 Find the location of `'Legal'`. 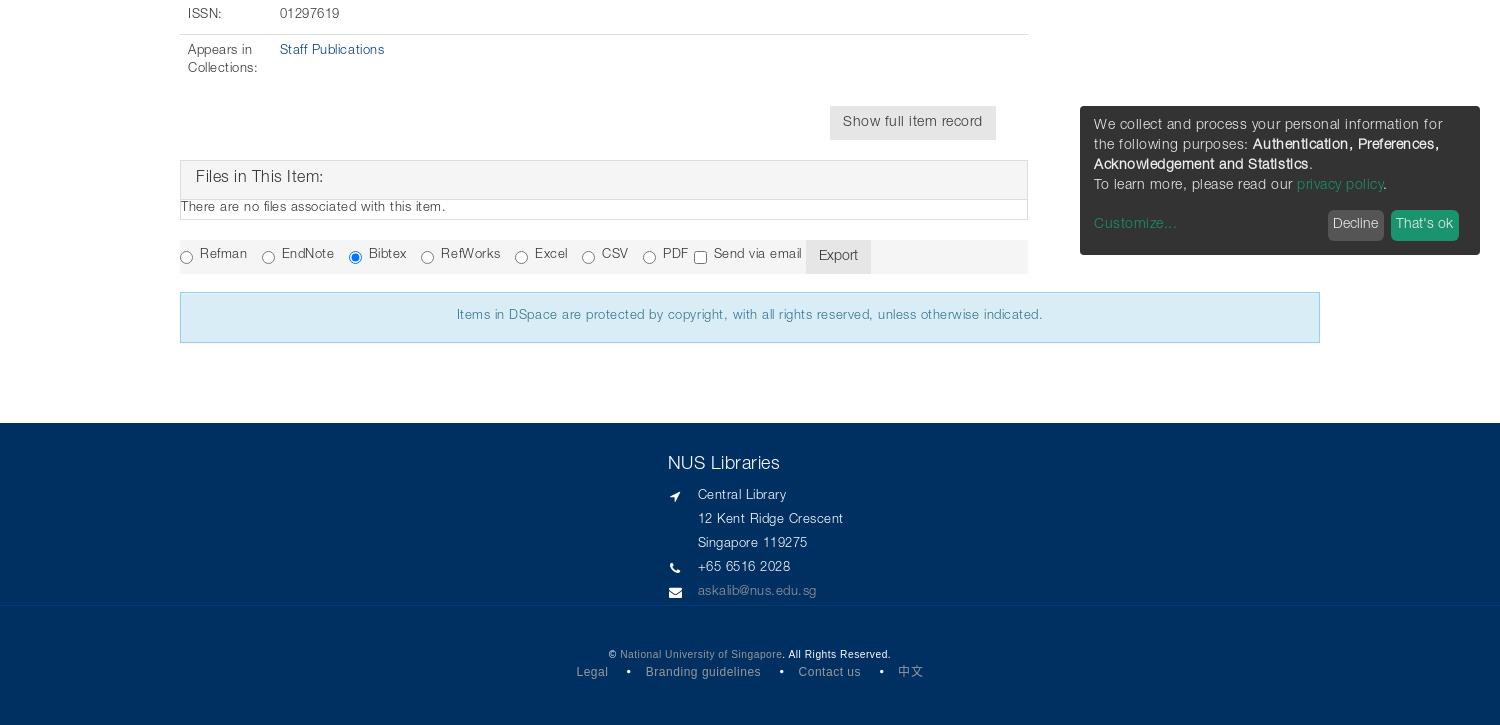

'Legal' is located at coordinates (591, 669).